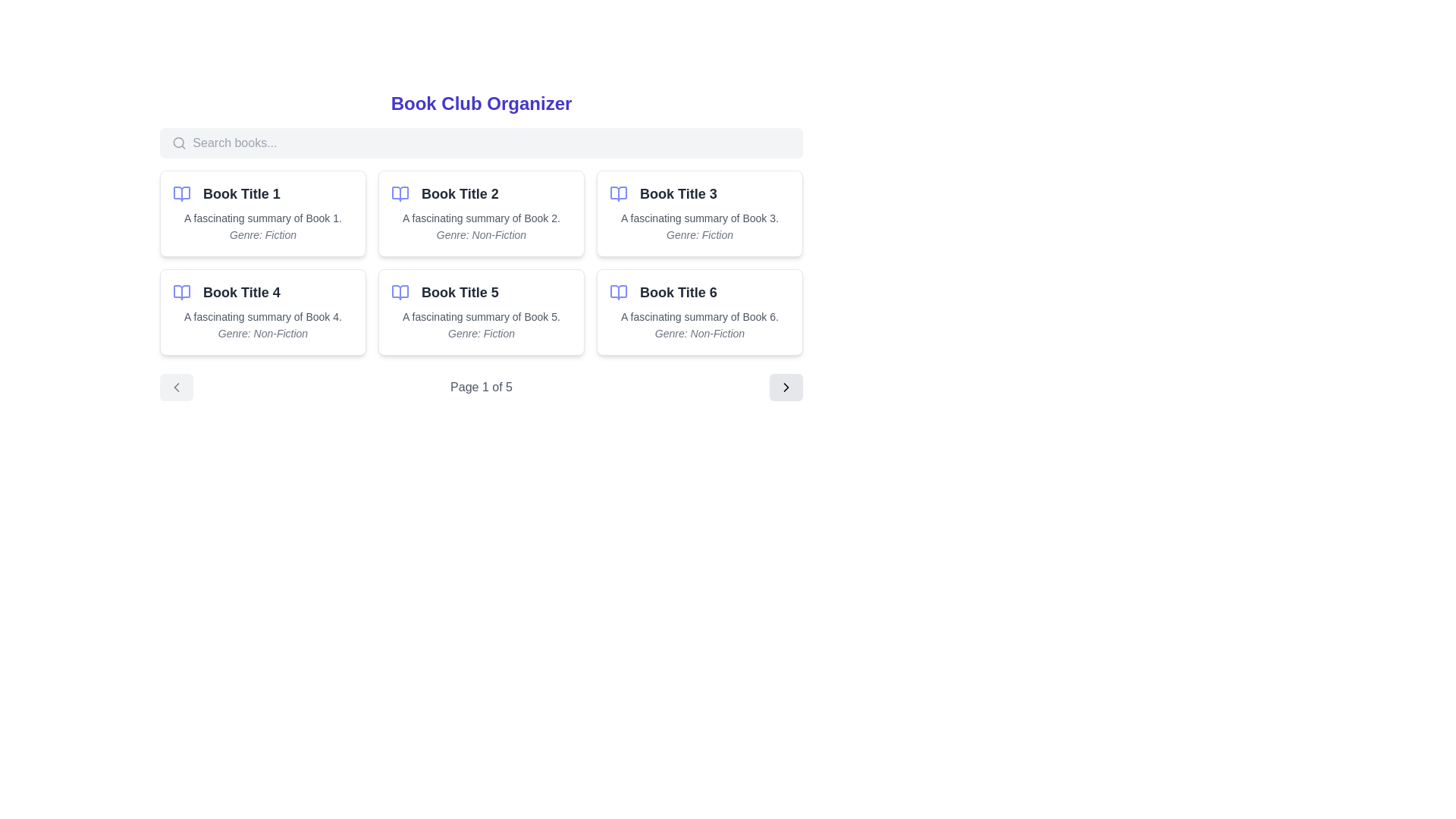 This screenshot has width=1456, height=819. Describe the element at coordinates (400, 292) in the screenshot. I see `the open book icon located to the left of the text 'Book Title 5' in the second row of the book grid` at that location.